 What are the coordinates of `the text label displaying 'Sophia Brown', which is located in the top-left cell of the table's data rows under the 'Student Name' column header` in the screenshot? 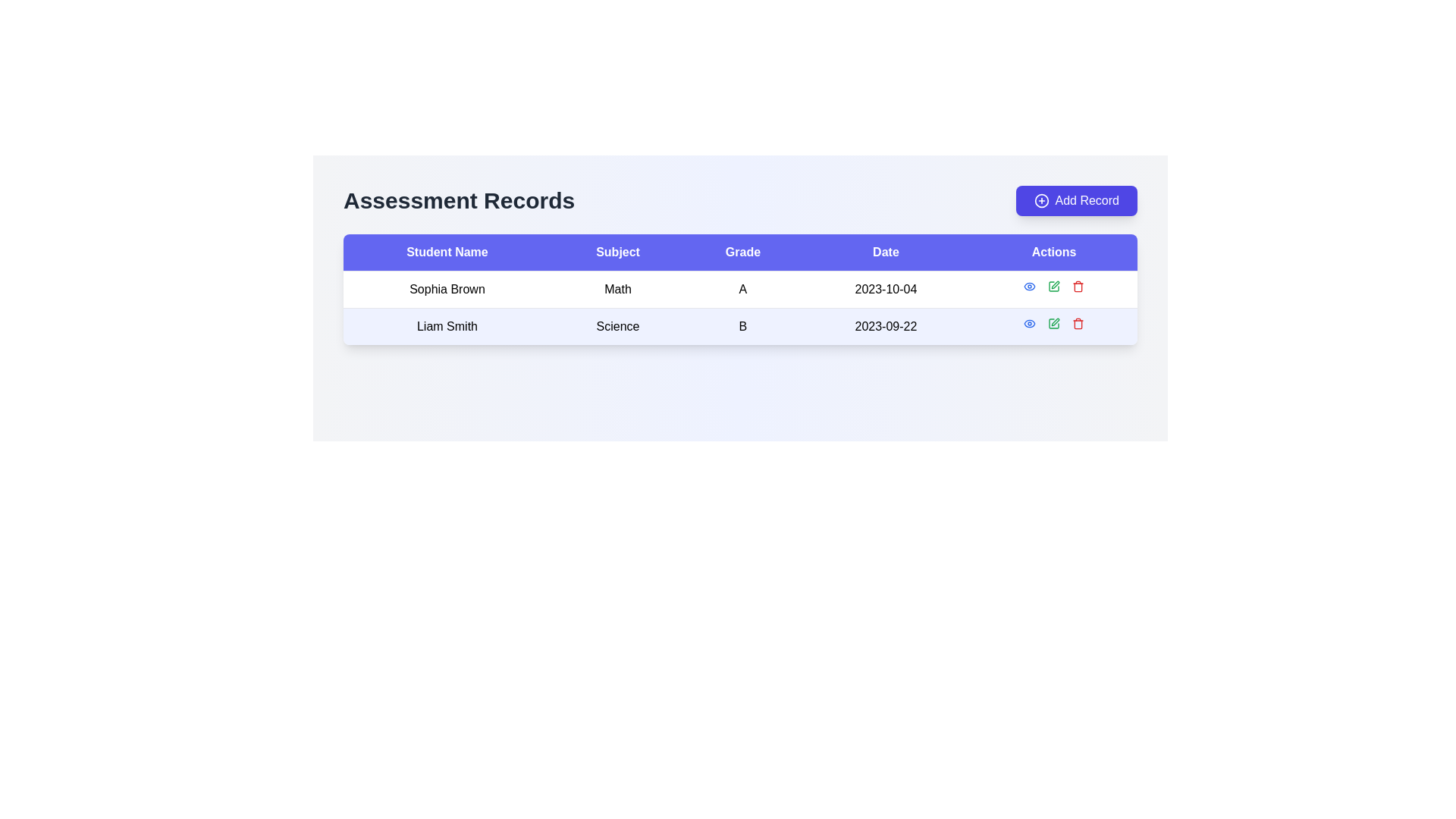 It's located at (447, 289).